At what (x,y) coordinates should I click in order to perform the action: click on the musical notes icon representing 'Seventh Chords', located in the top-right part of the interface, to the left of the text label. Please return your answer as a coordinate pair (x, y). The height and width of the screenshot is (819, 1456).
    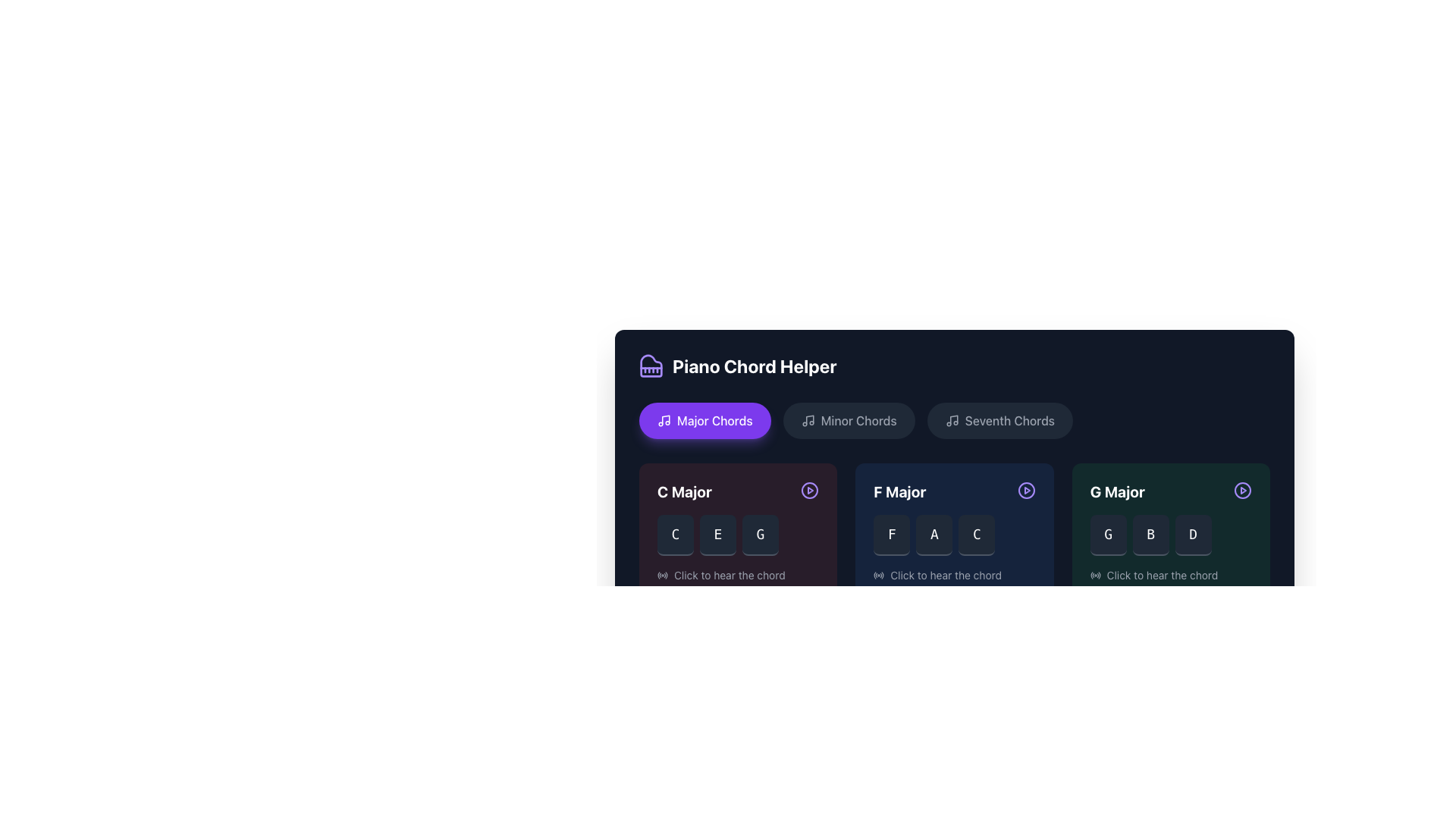
    Looking at the image, I should click on (951, 421).